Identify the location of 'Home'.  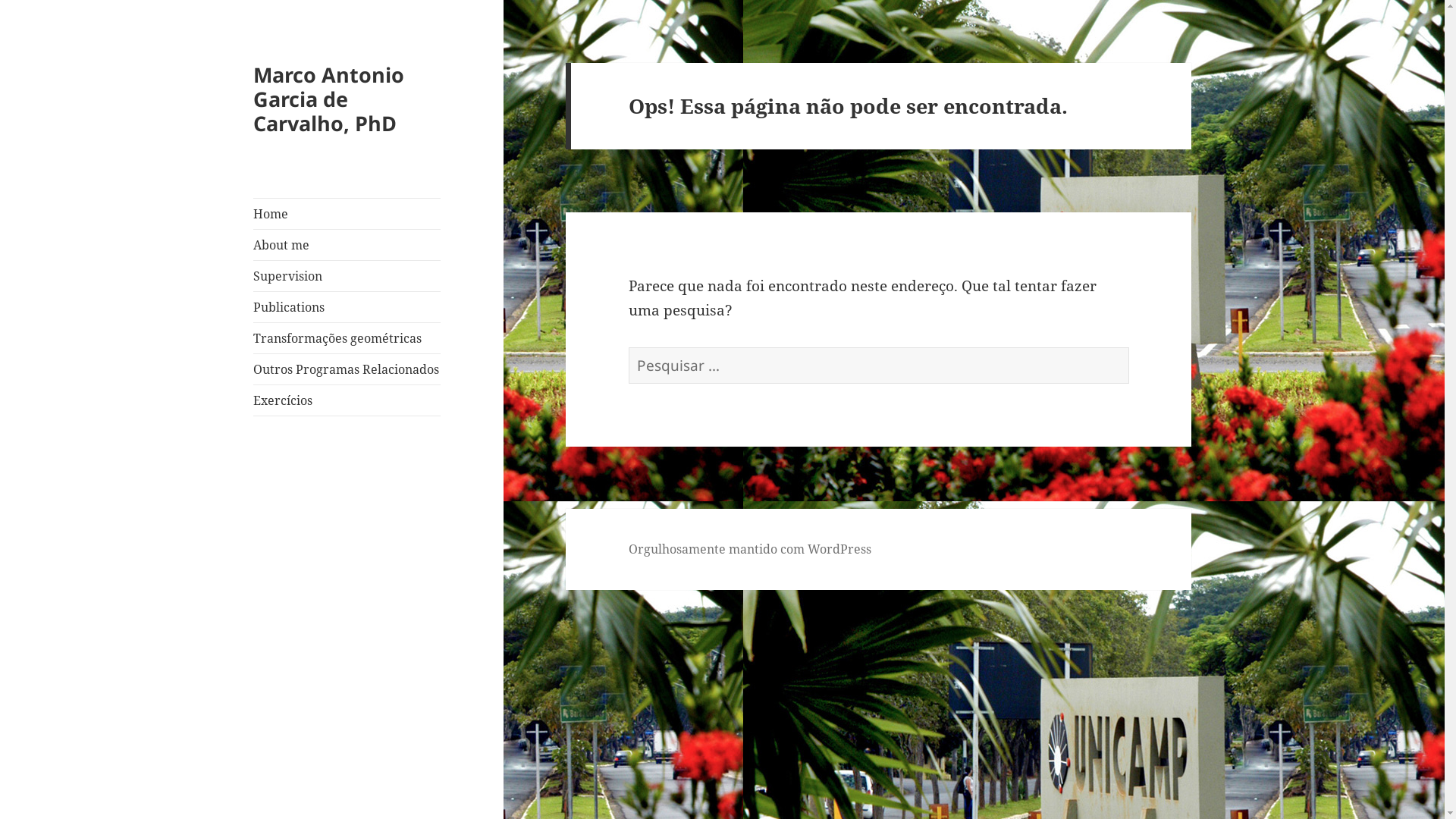
(346, 213).